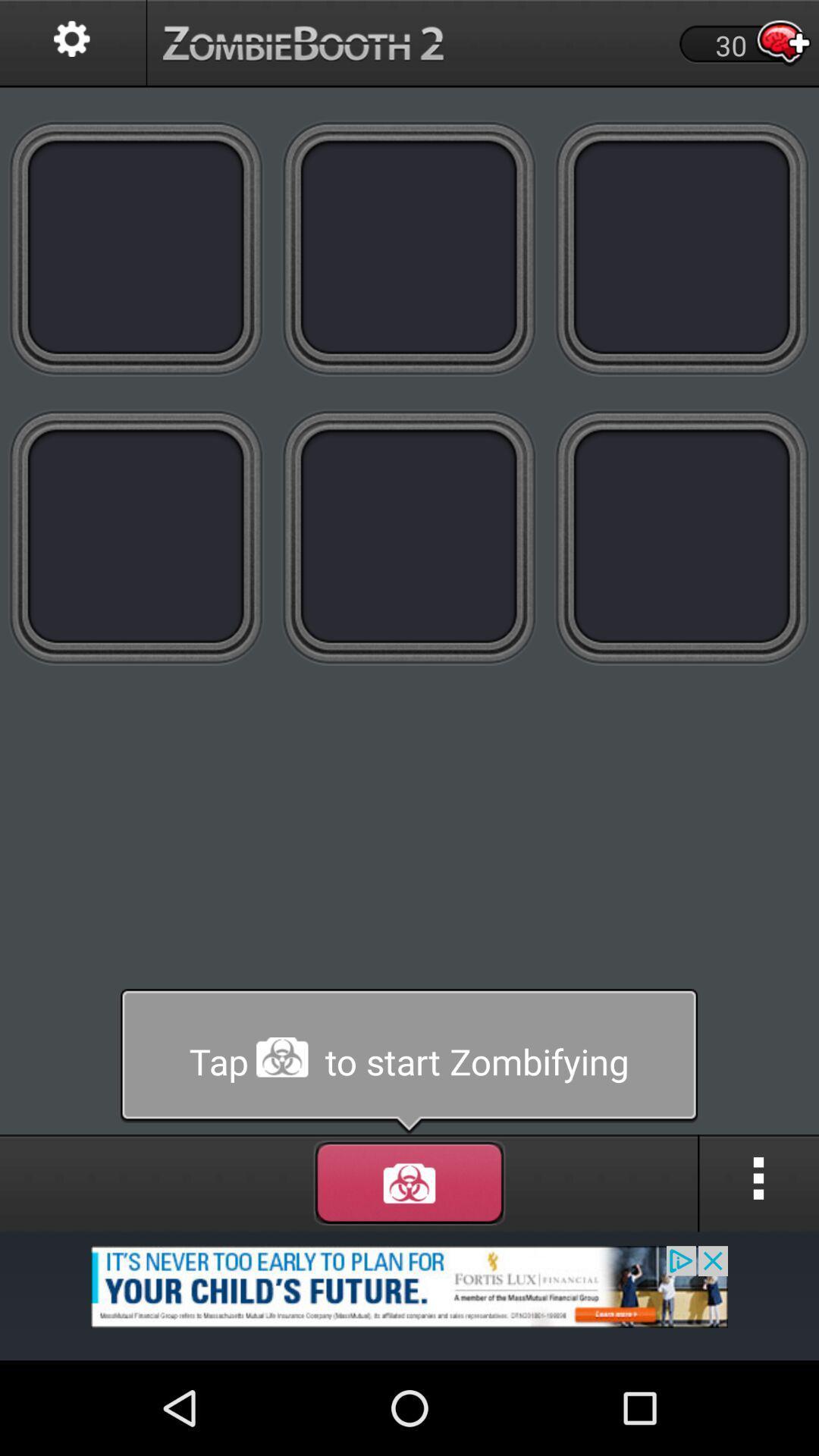 The image size is (819, 1456). I want to click on photo, so click(681, 537).